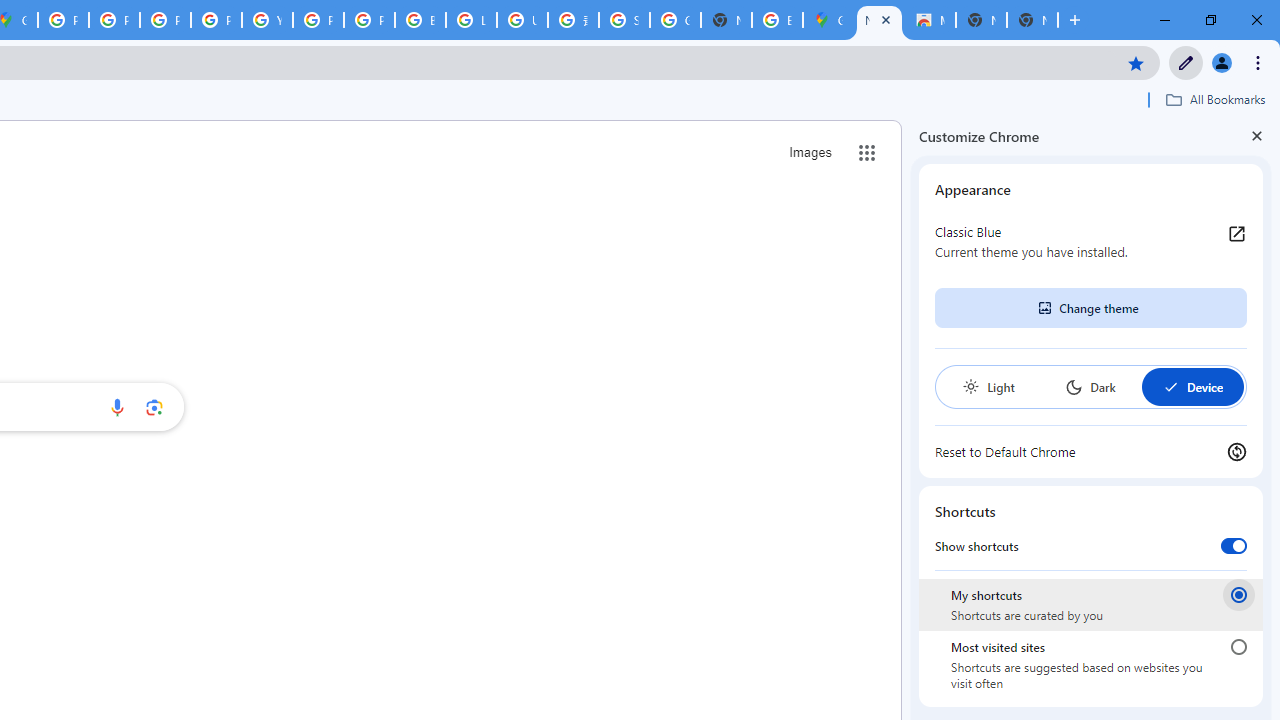  Describe the element at coordinates (988, 387) in the screenshot. I see `'Light'` at that location.